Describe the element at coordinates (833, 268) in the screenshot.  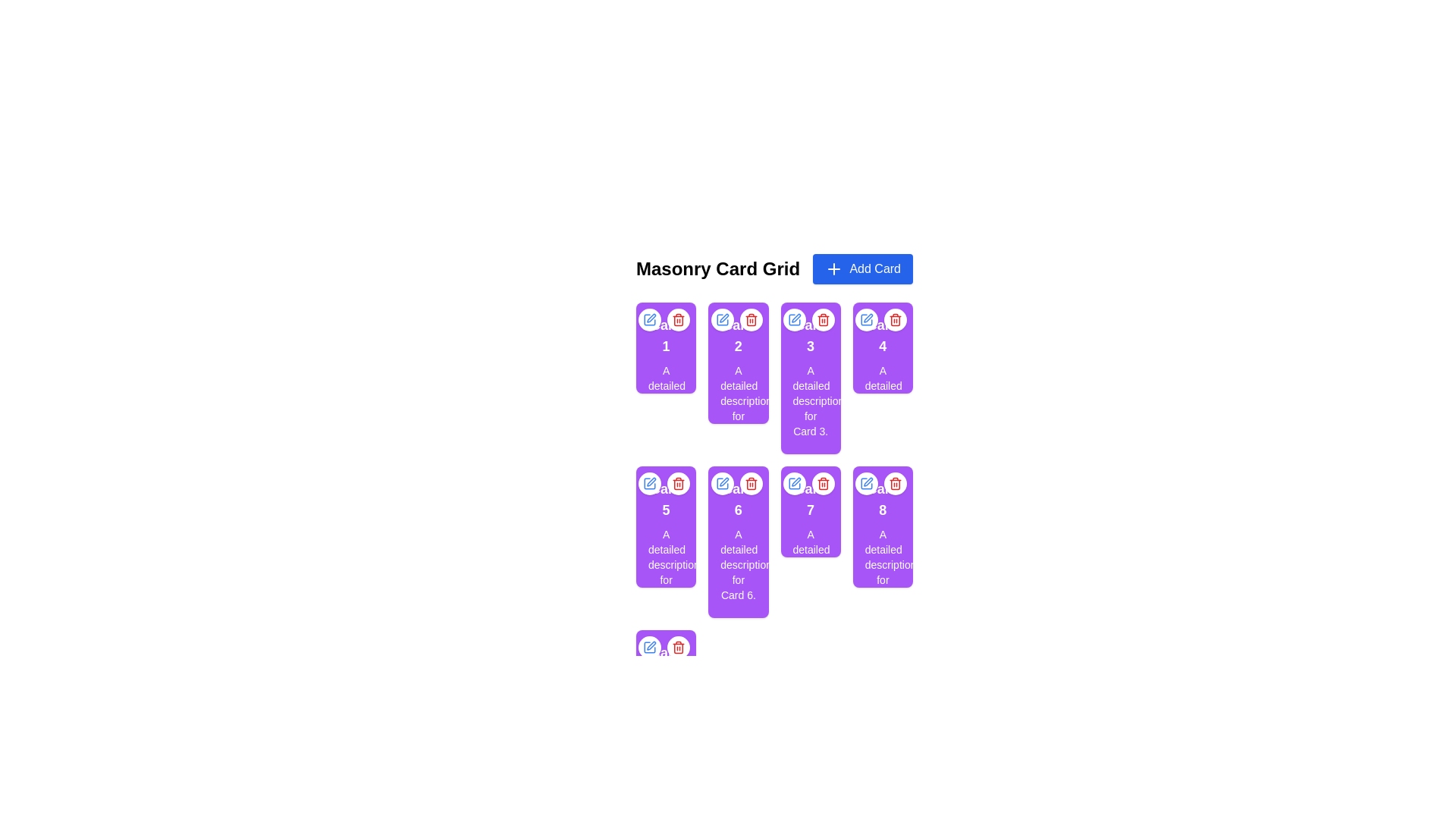
I see `the plus icon on the 'Add Card' button located in the top-right corner of the interface` at that location.